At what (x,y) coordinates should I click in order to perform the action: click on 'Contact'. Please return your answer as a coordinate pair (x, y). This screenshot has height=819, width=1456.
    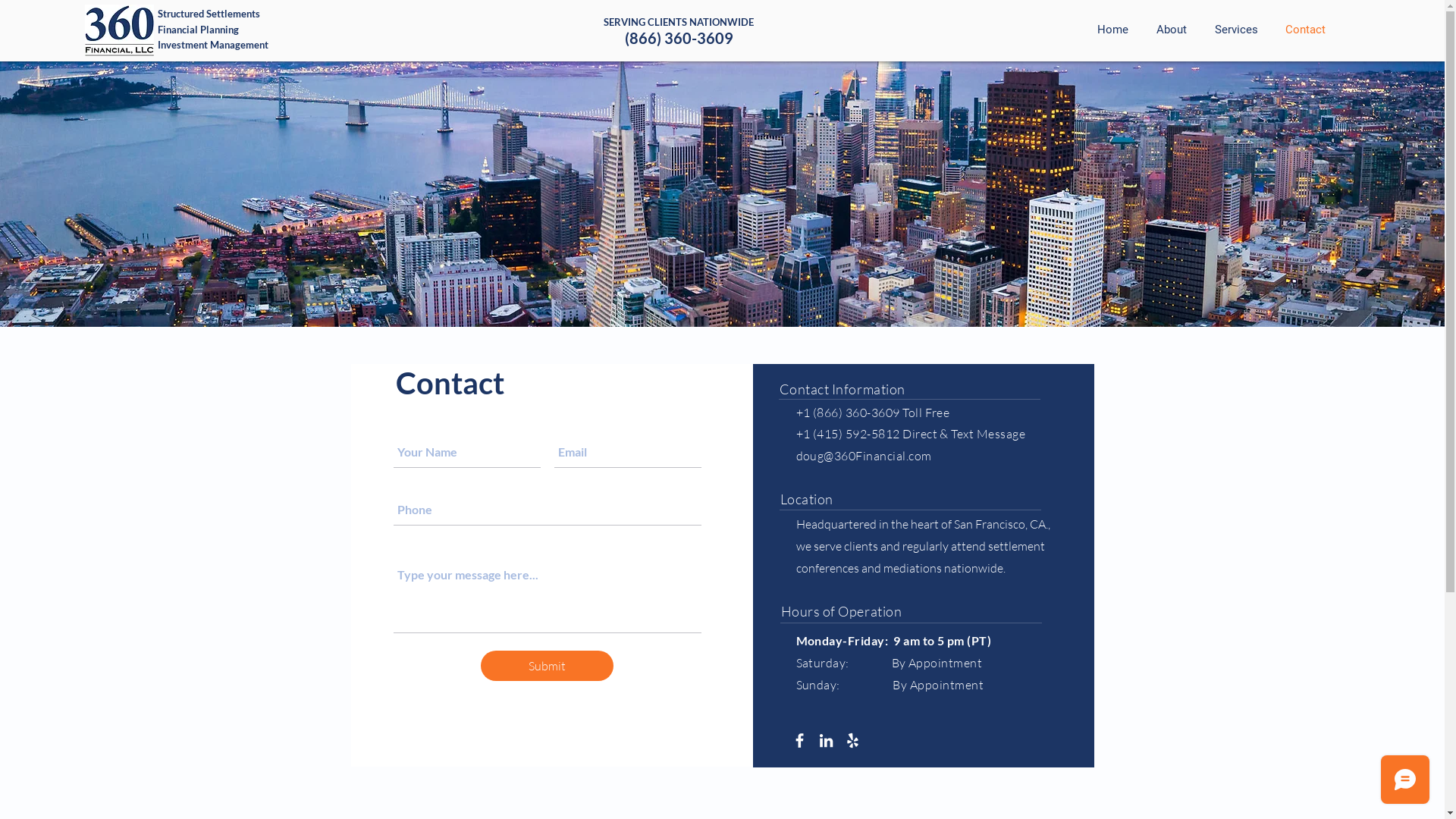
    Looking at the image, I should click on (1302, 29).